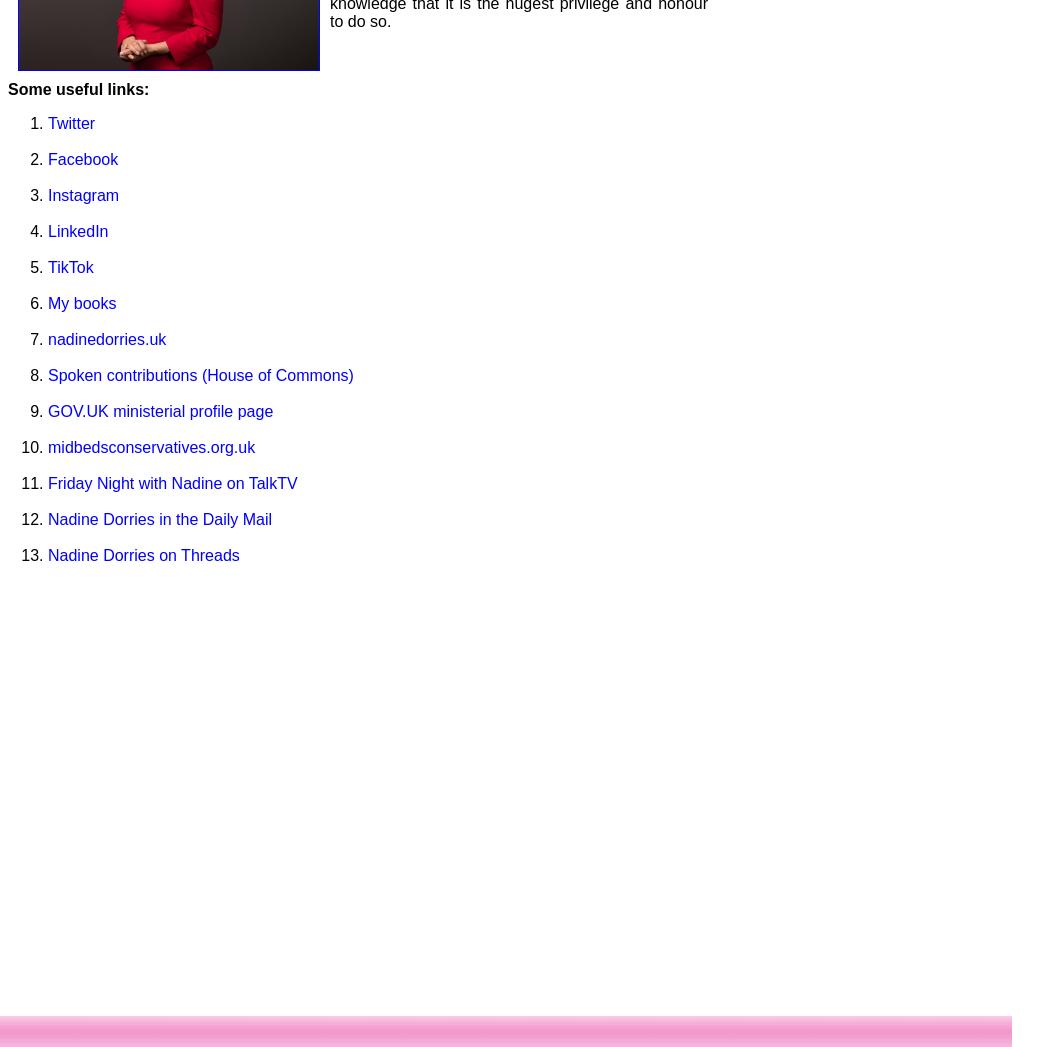 The width and height of the screenshot is (1055, 1047). What do you see at coordinates (48, 374) in the screenshot?
I see `'Spoken contributions (House of Commons)'` at bounding box center [48, 374].